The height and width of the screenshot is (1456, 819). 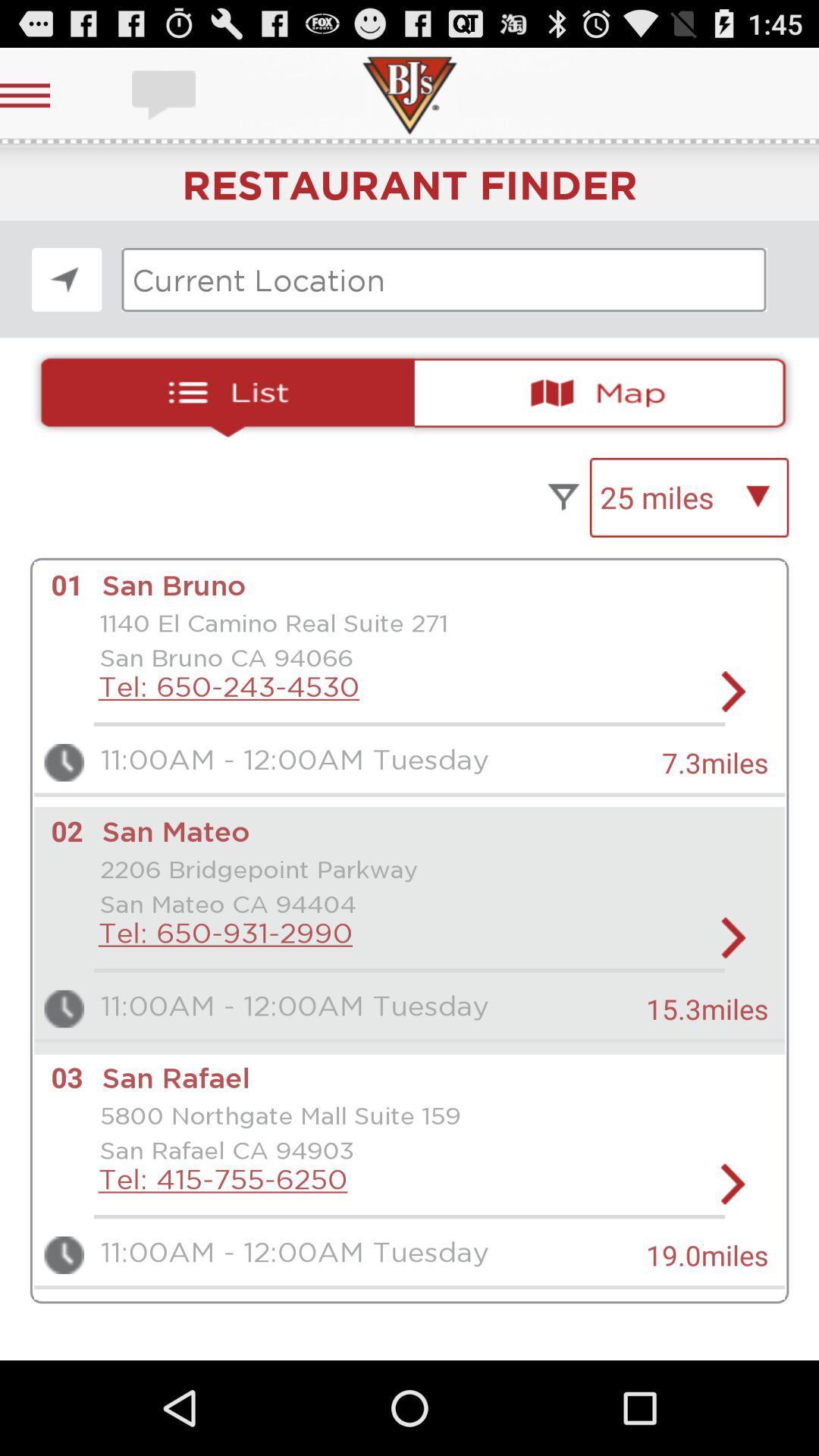 I want to click on the national_flag icon, so click(x=606, y=420).